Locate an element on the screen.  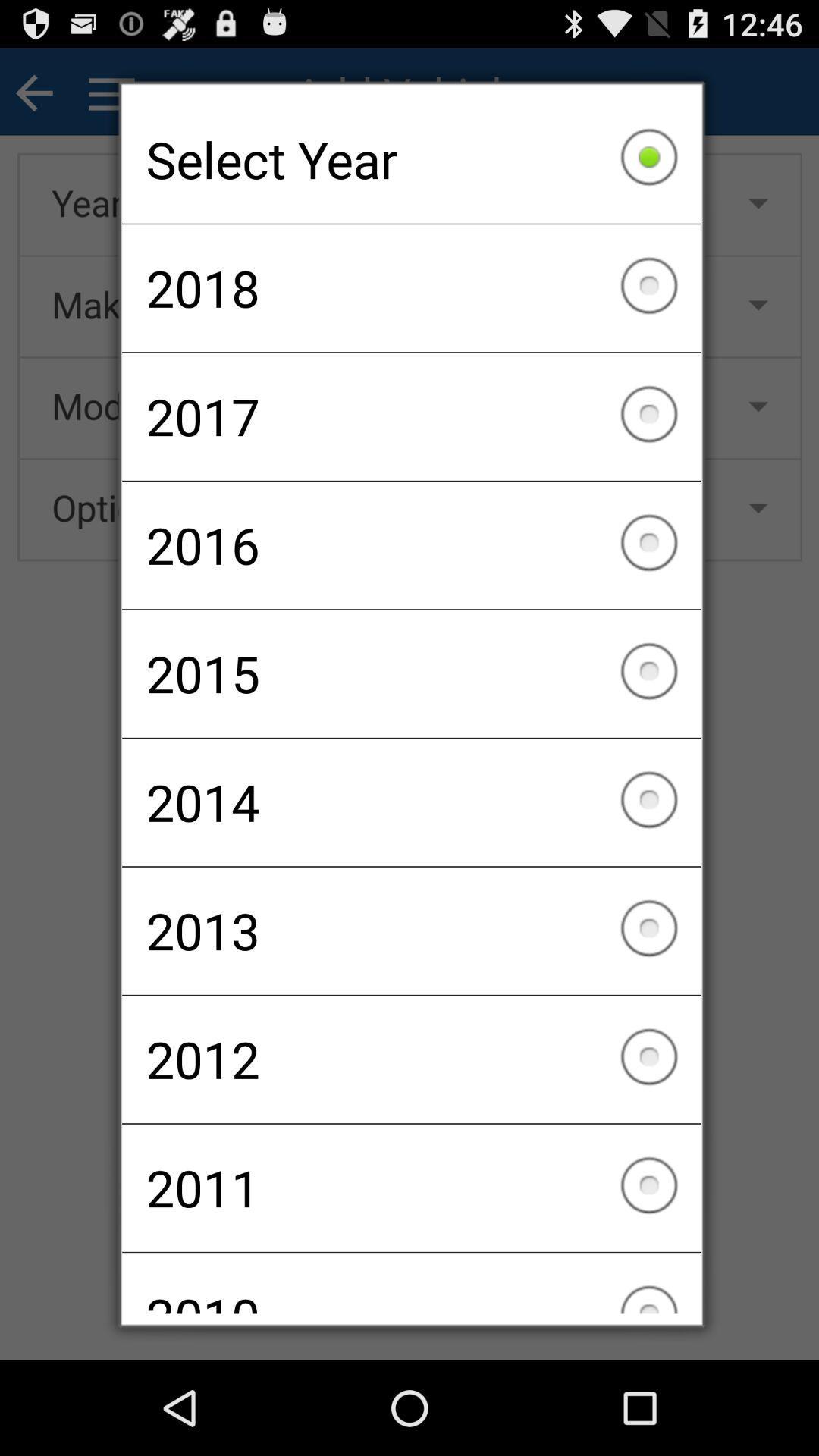
2013 icon is located at coordinates (411, 930).